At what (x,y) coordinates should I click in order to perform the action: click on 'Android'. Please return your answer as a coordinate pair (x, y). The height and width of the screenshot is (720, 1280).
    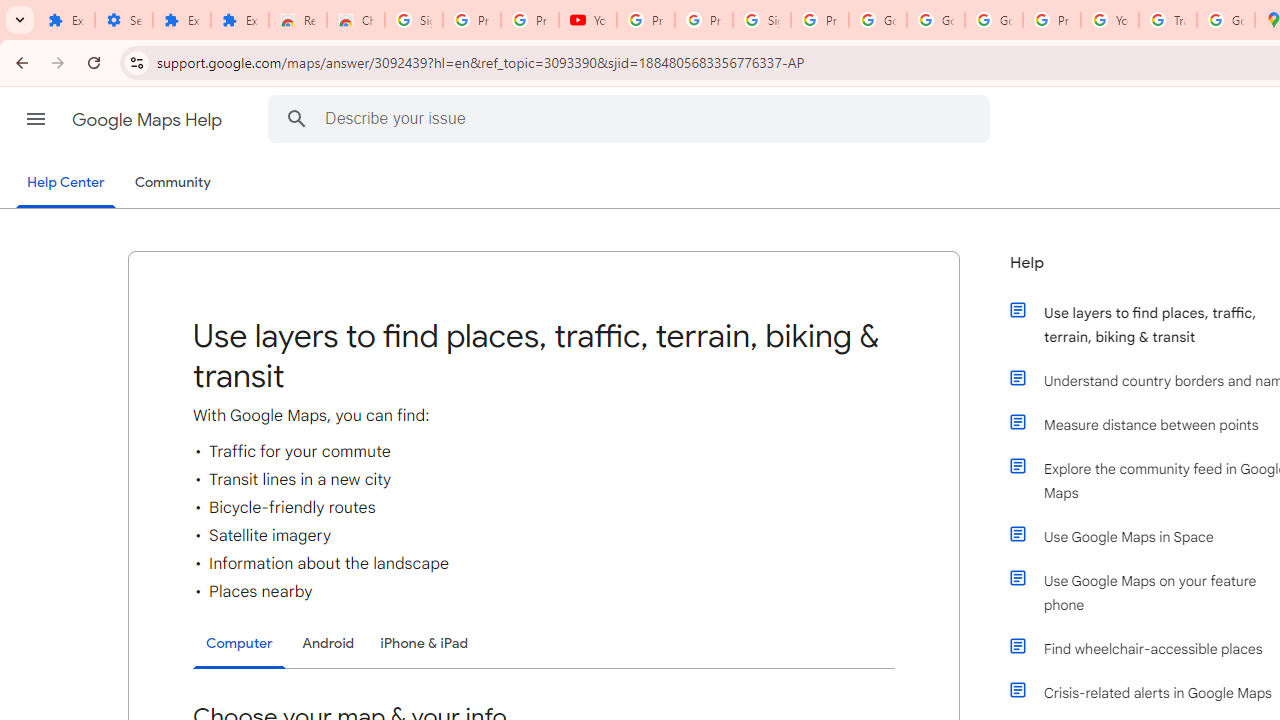
    Looking at the image, I should click on (328, 643).